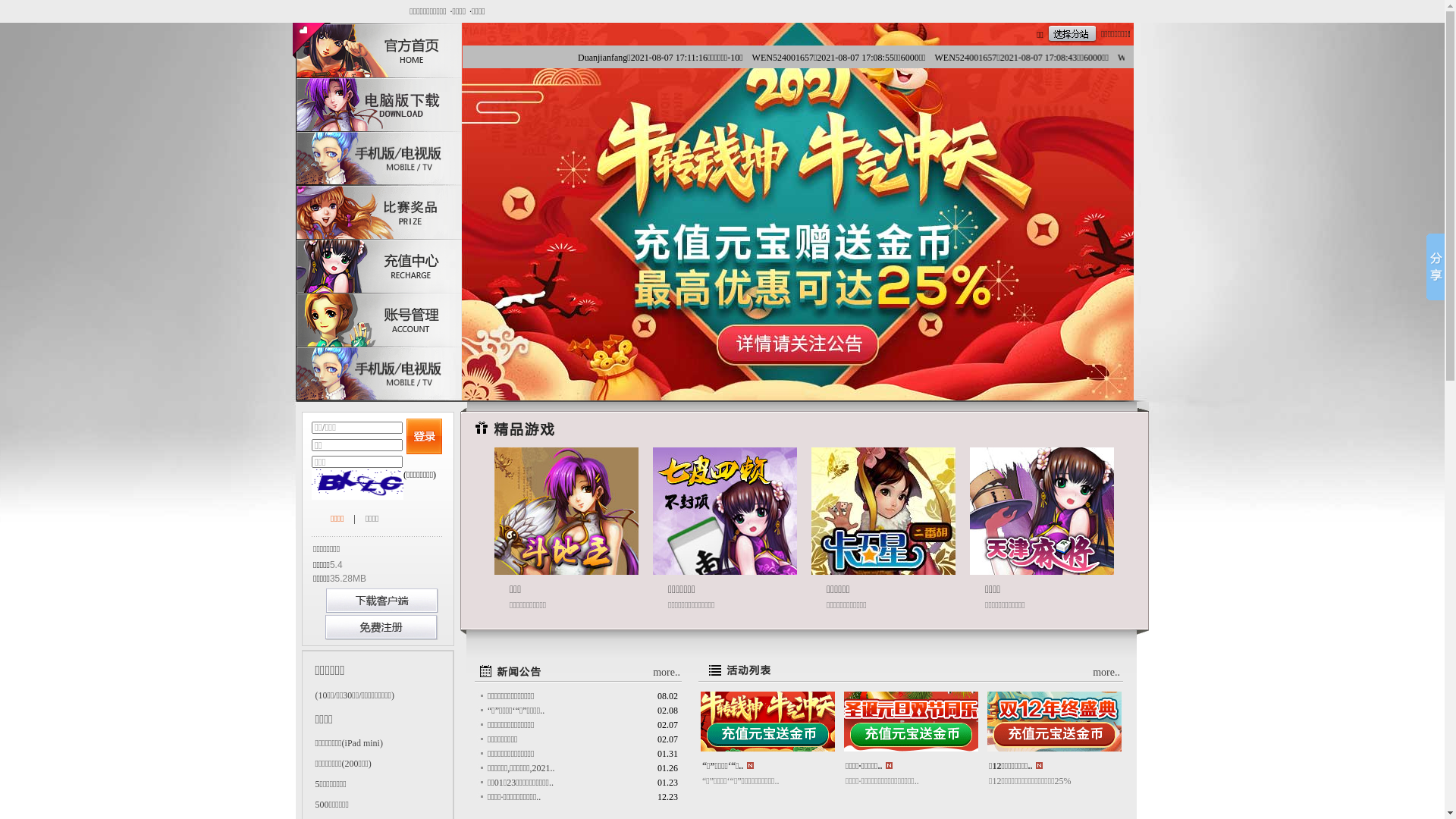  Describe the element at coordinates (1092, 671) in the screenshot. I see `'more..'` at that location.